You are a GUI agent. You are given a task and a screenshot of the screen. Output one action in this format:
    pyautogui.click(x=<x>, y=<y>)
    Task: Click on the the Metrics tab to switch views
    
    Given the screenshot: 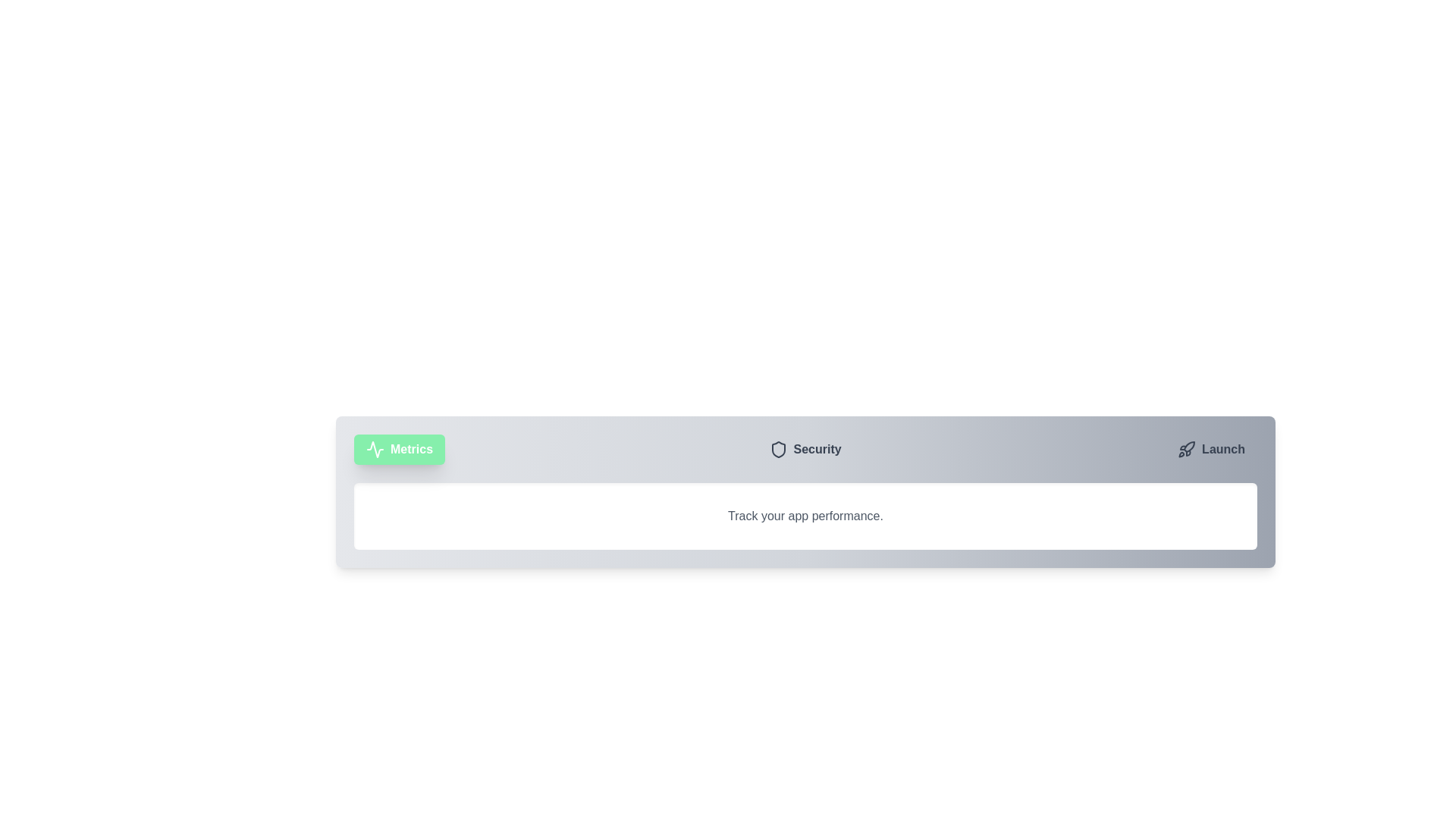 What is the action you would take?
    pyautogui.click(x=400, y=449)
    